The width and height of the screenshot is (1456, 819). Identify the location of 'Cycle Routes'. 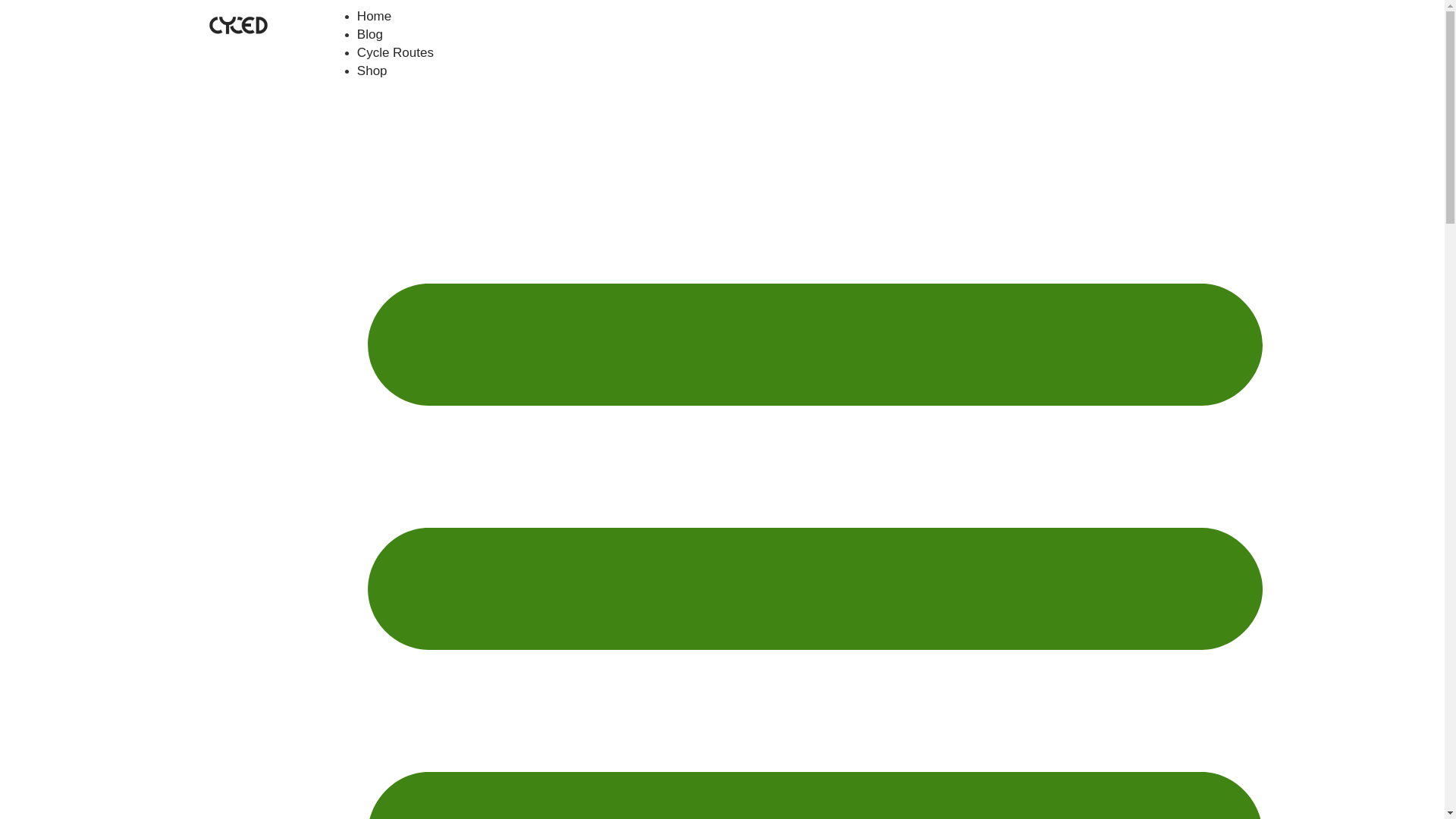
(356, 52).